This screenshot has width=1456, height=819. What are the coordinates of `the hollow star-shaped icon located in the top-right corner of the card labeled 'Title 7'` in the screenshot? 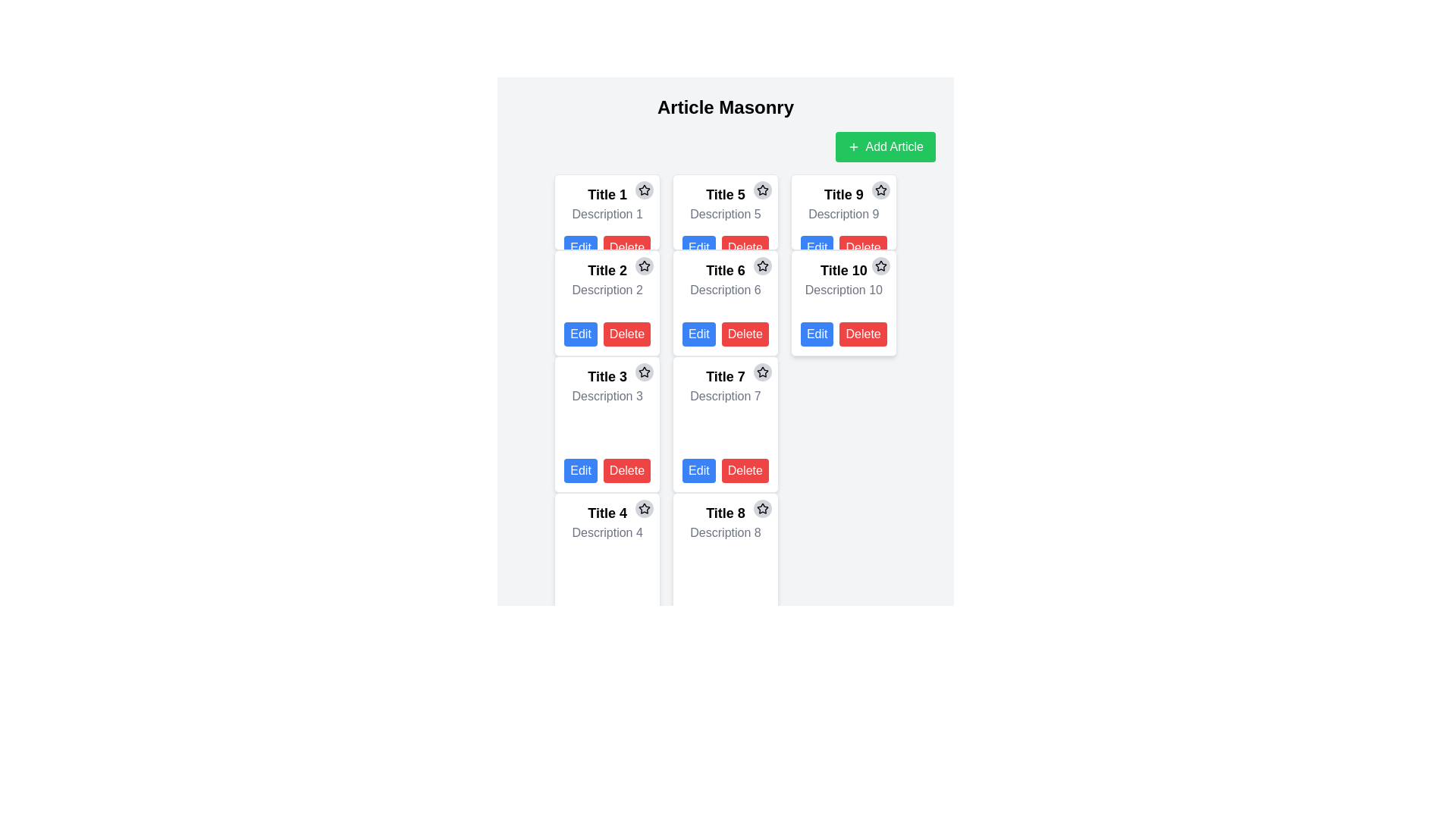 It's located at (762, 372).